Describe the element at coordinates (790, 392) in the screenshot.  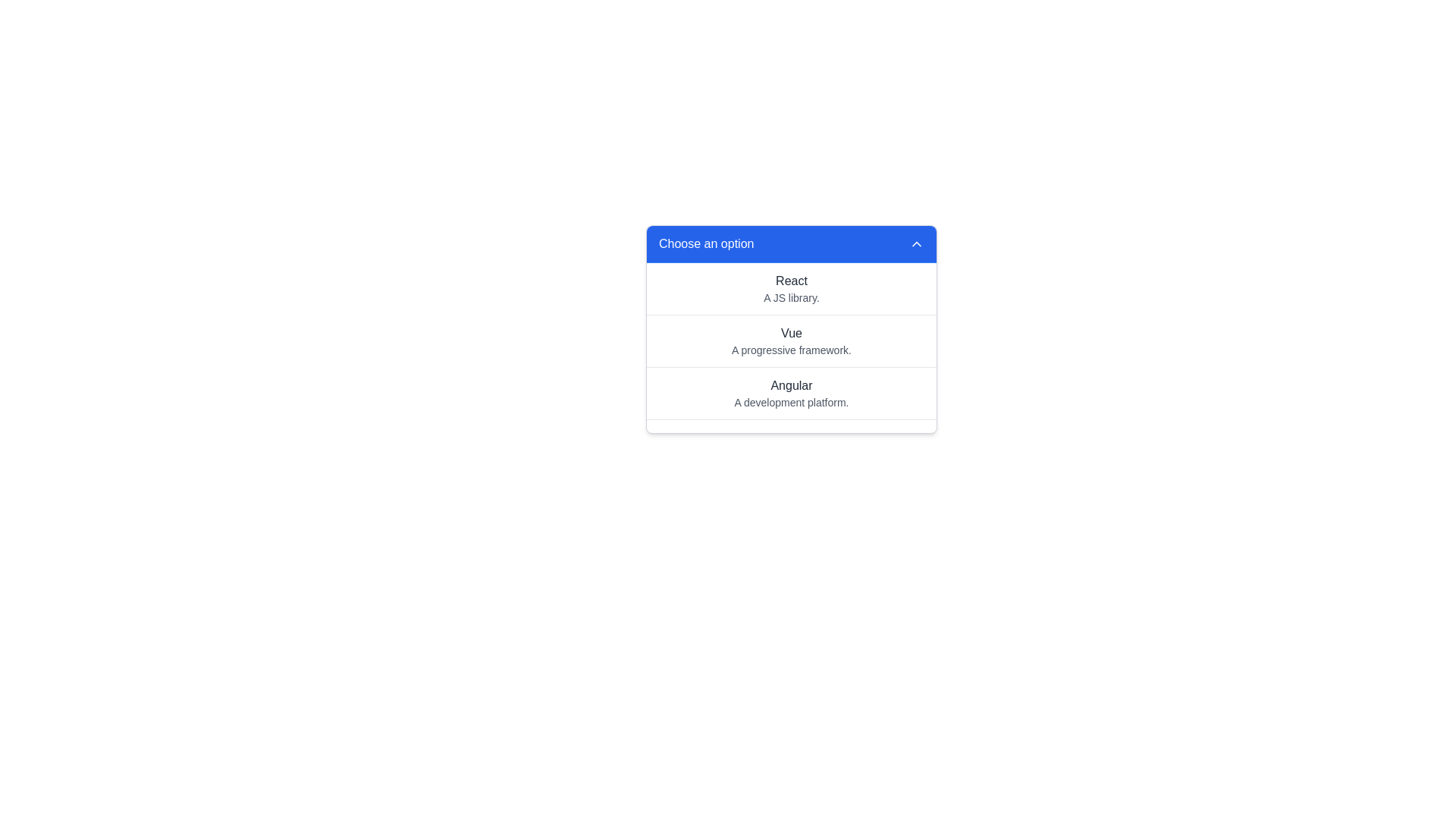
I see `the third selectable list item in the dropdown menu, which contains 'Angular' in bold dark-grey font and 'A development platform.' in light-grey font` at that location.